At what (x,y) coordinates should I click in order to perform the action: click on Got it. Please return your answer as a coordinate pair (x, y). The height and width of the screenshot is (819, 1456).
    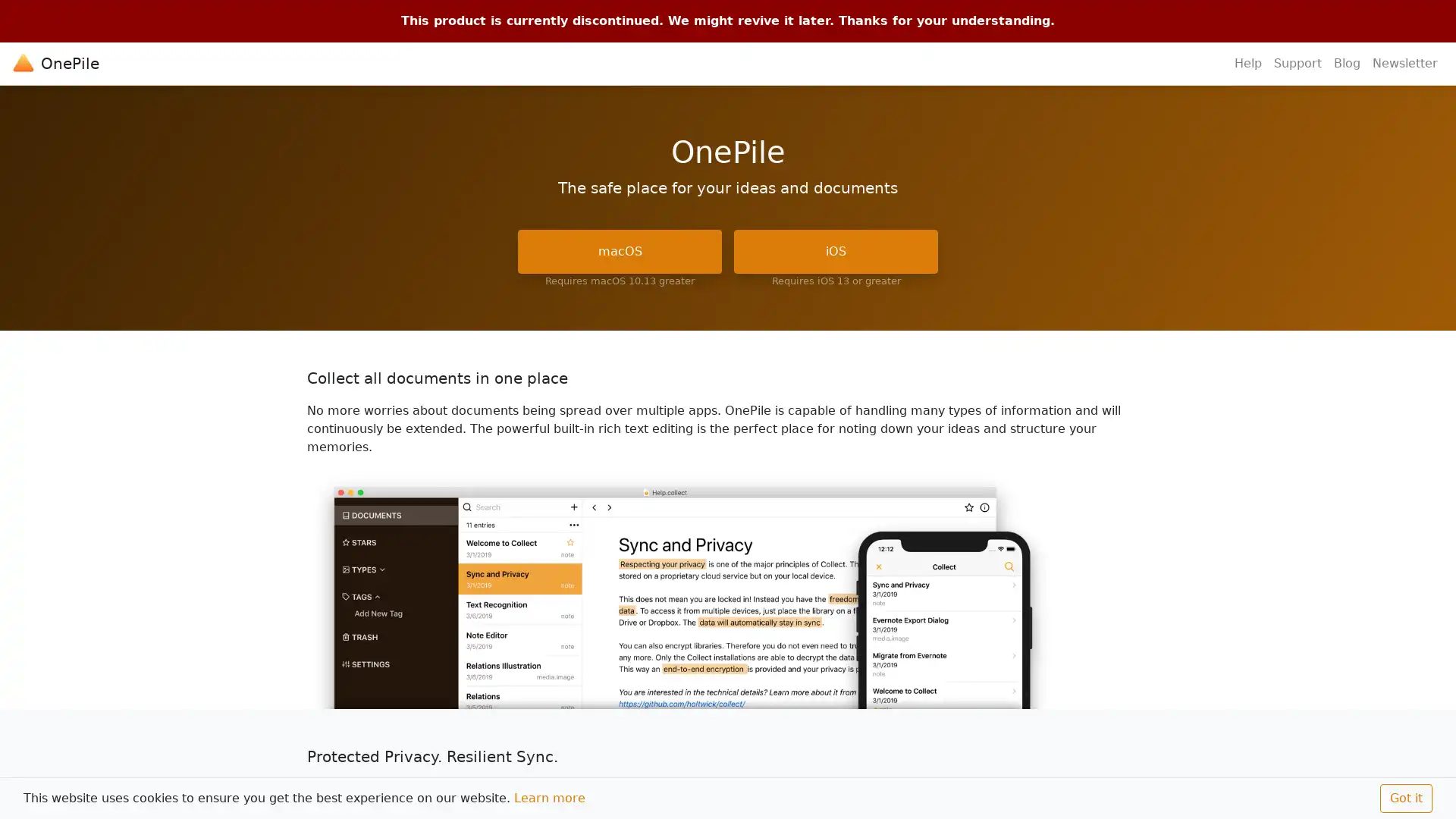
    Looking at the image, I should click on (1405, 798).